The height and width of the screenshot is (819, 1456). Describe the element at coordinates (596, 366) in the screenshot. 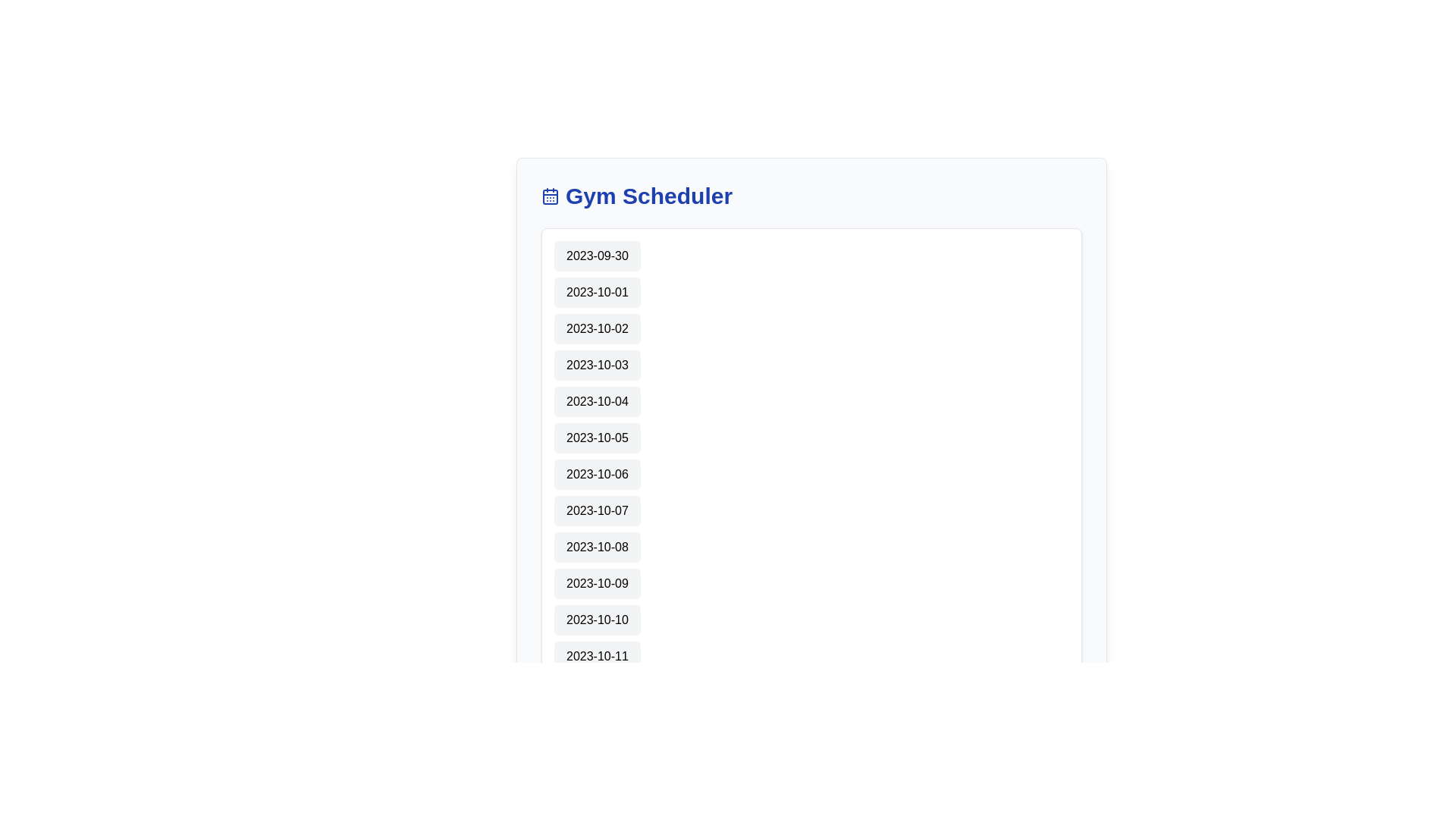

I see `the selectable date option located in the 'Gym Scheduler' section, which is the fourth item in a vertical list between '2023-10-02' and '2023-10-04'` at that location.